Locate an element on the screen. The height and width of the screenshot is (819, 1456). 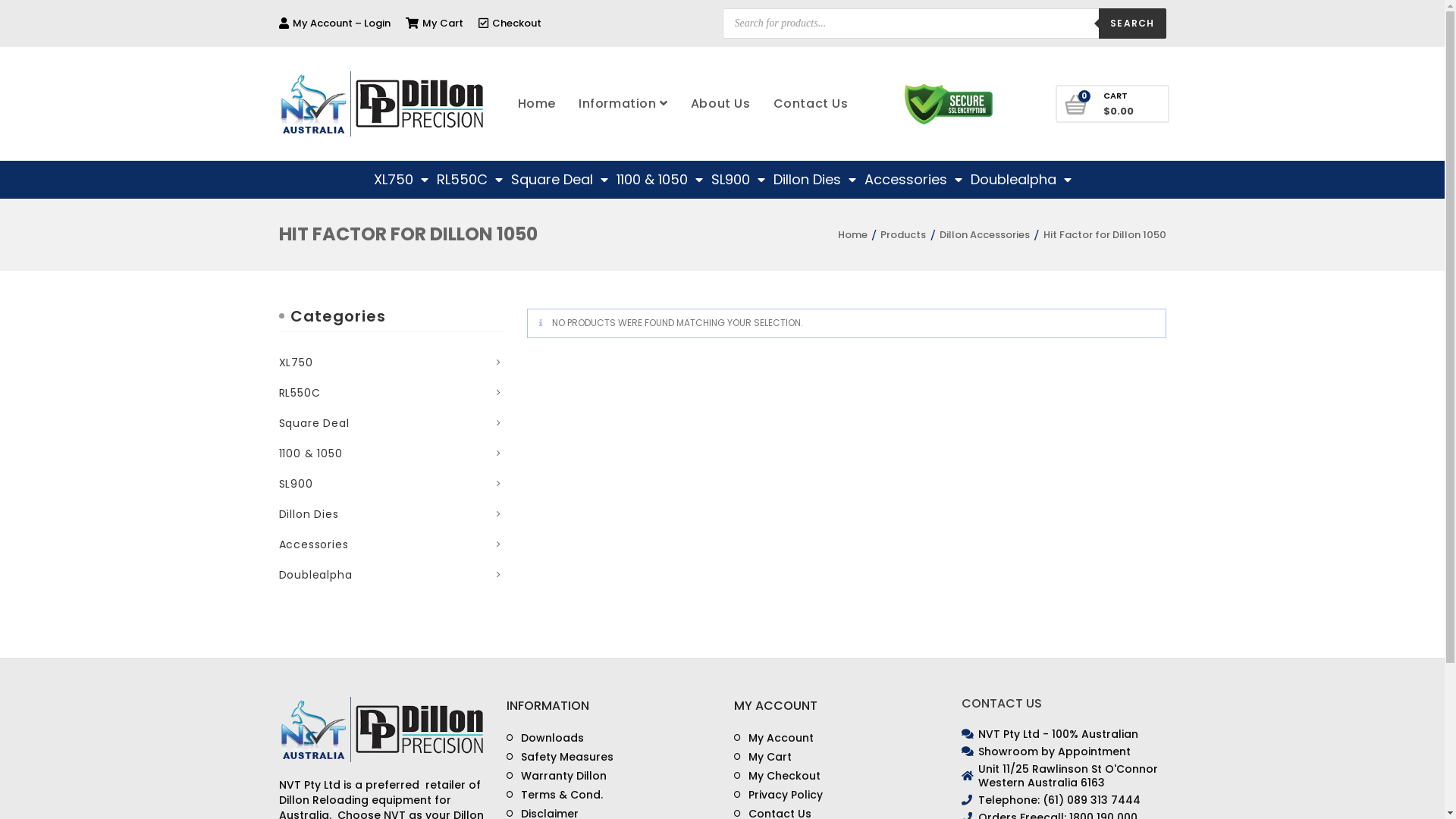
'Downloads' is located at coordinates (545, 737).